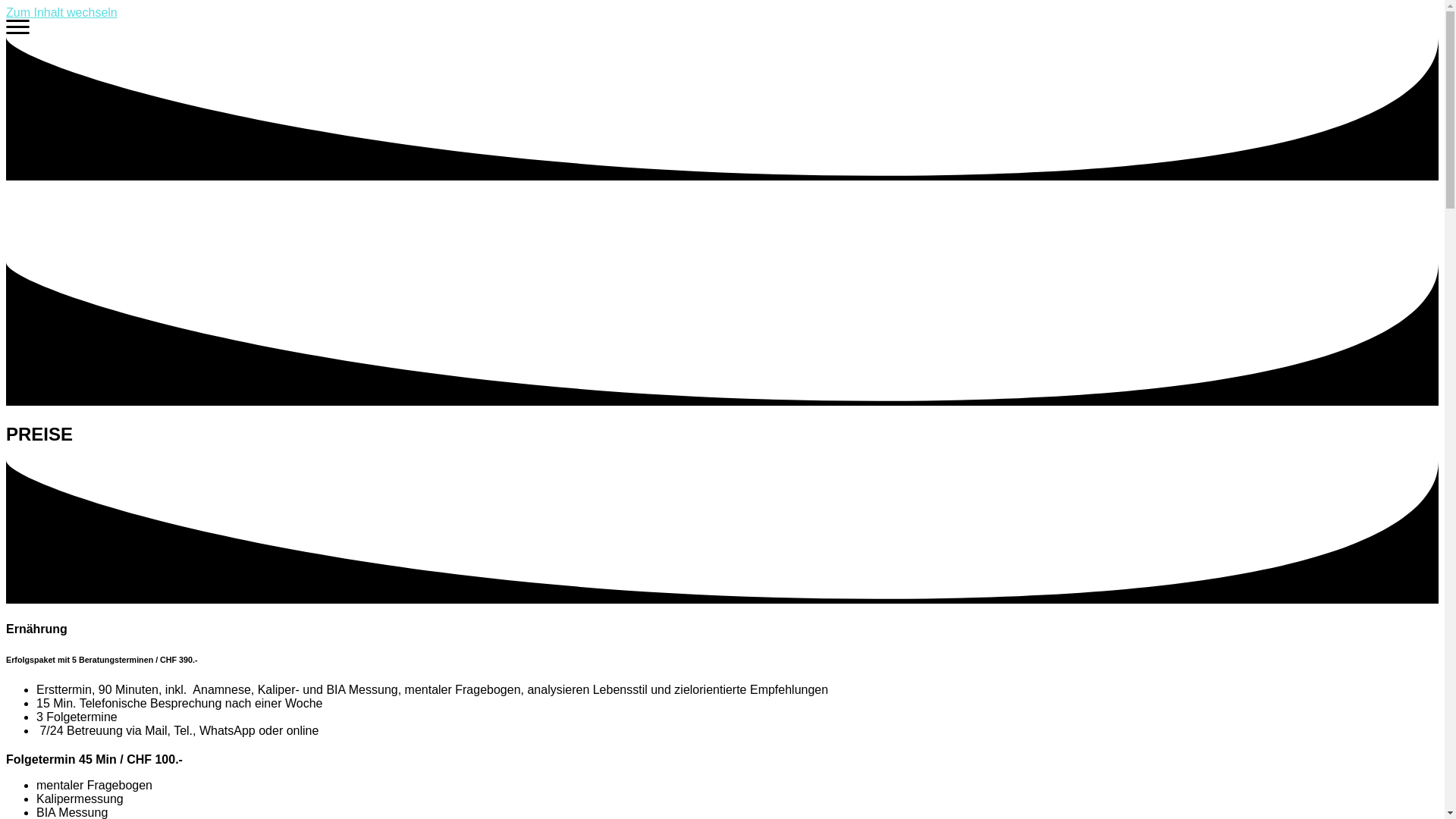 The image size is (1456, 819). I want to click on 'logo_br_500', so click(6, 221).